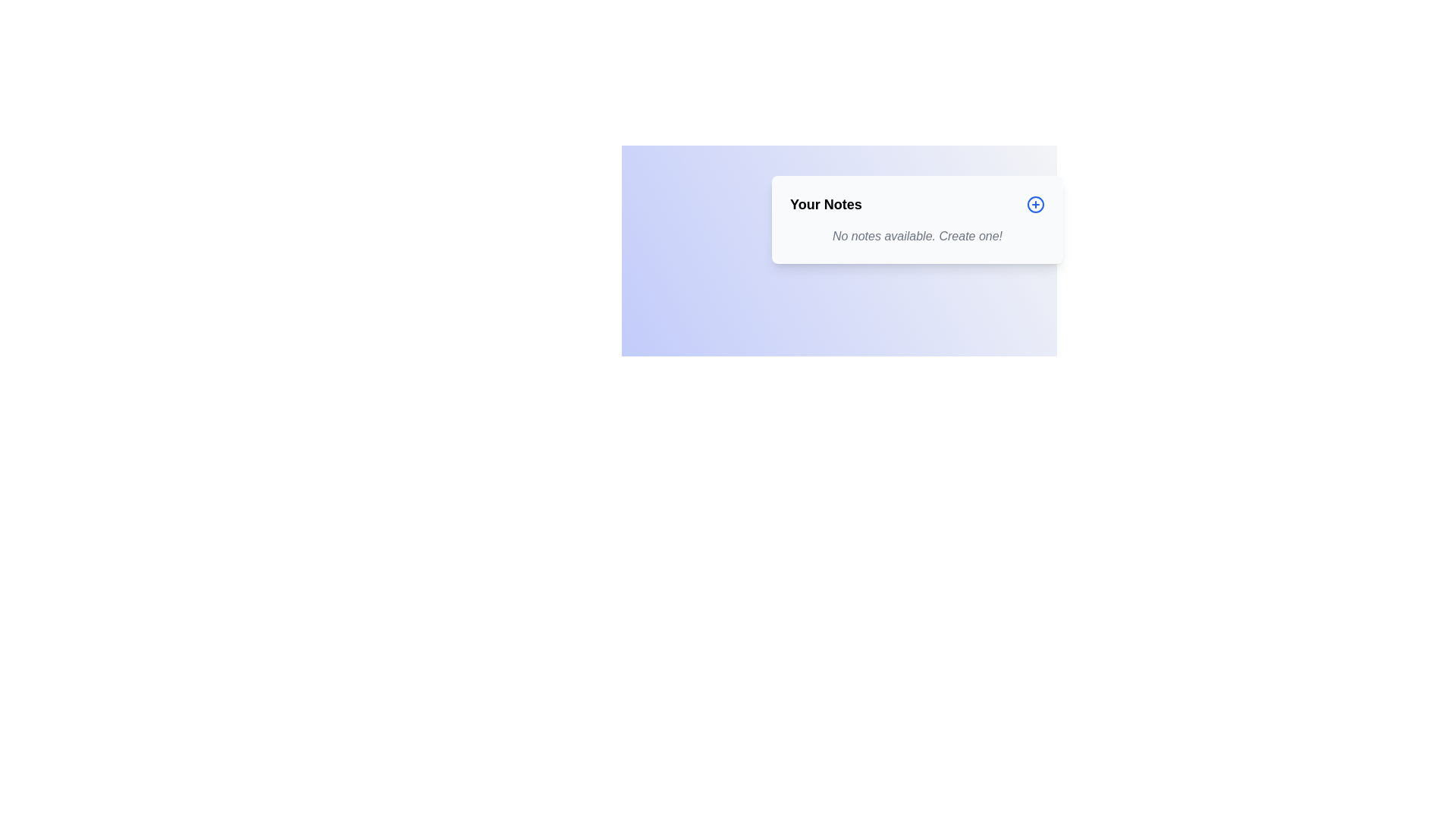 This screenshot has height=819, width=1456. Describe the element at coordinates (1035, 205) in the screenshot. I see `the SVG Circle element that visually represents an interactive icon for adding or creating new content` at that location.